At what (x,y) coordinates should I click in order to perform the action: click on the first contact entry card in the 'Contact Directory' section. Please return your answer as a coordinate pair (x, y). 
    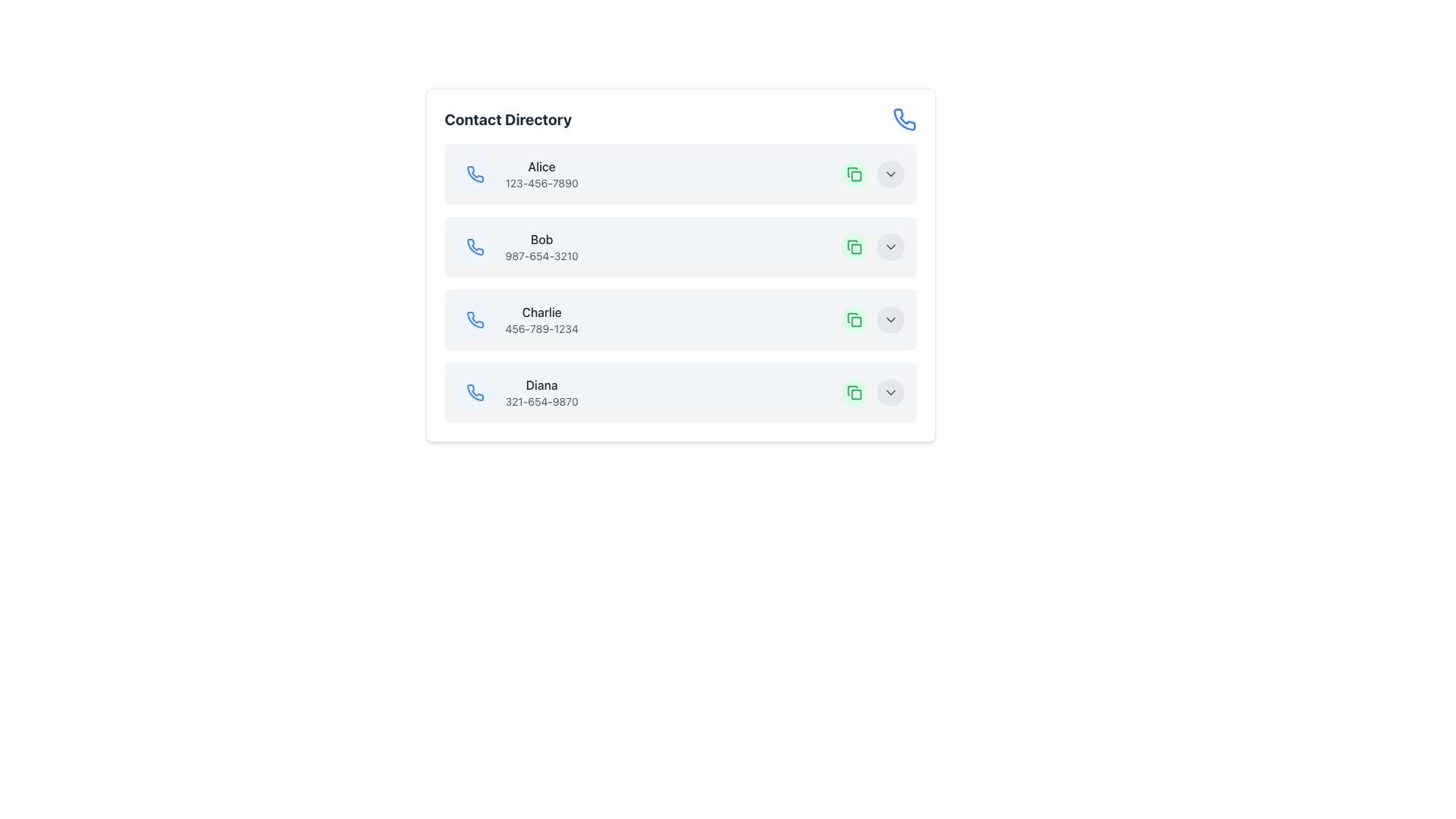
    Looking at the image, I should click on (517, 174).